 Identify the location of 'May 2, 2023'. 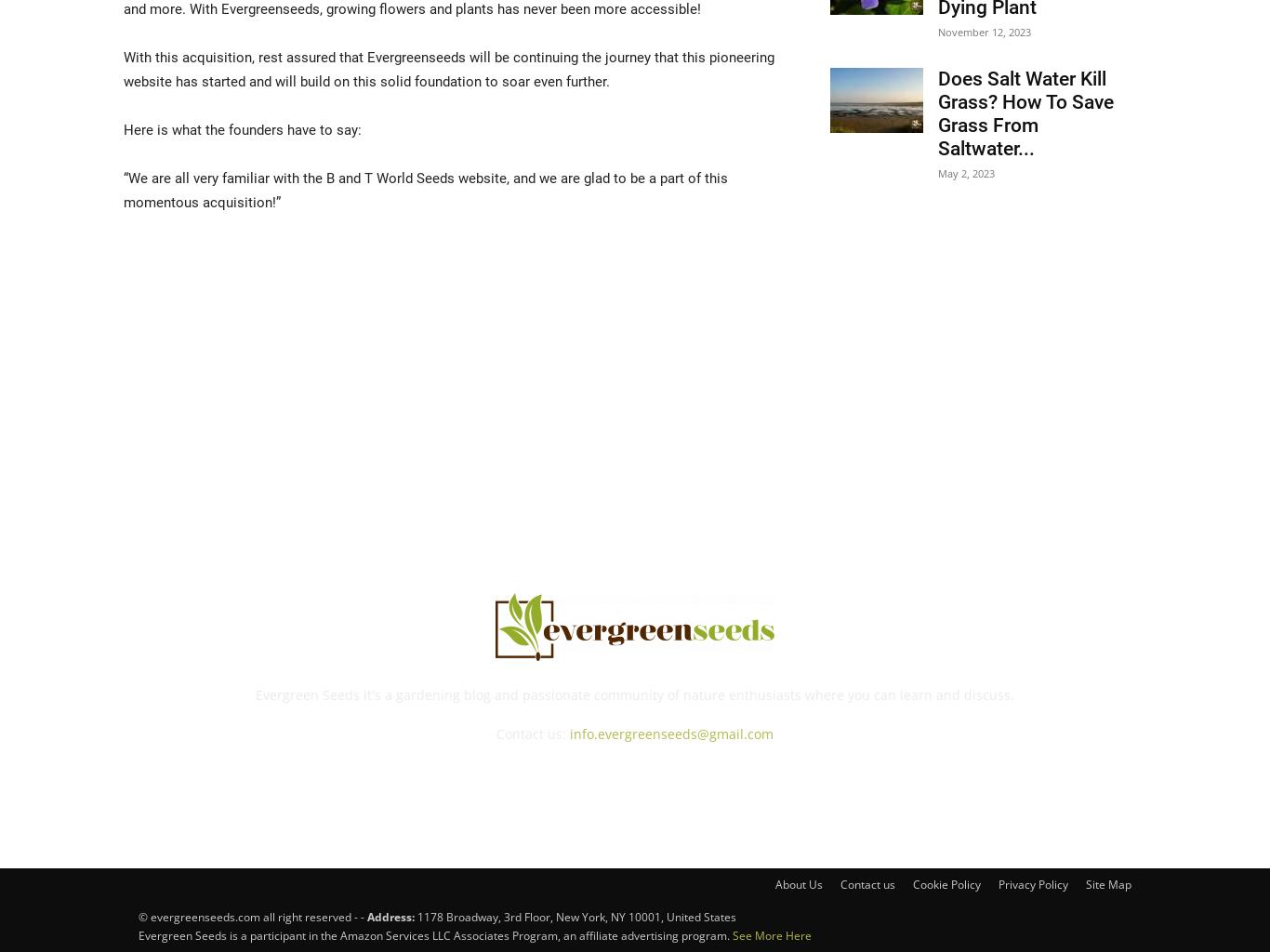
(965, 173).